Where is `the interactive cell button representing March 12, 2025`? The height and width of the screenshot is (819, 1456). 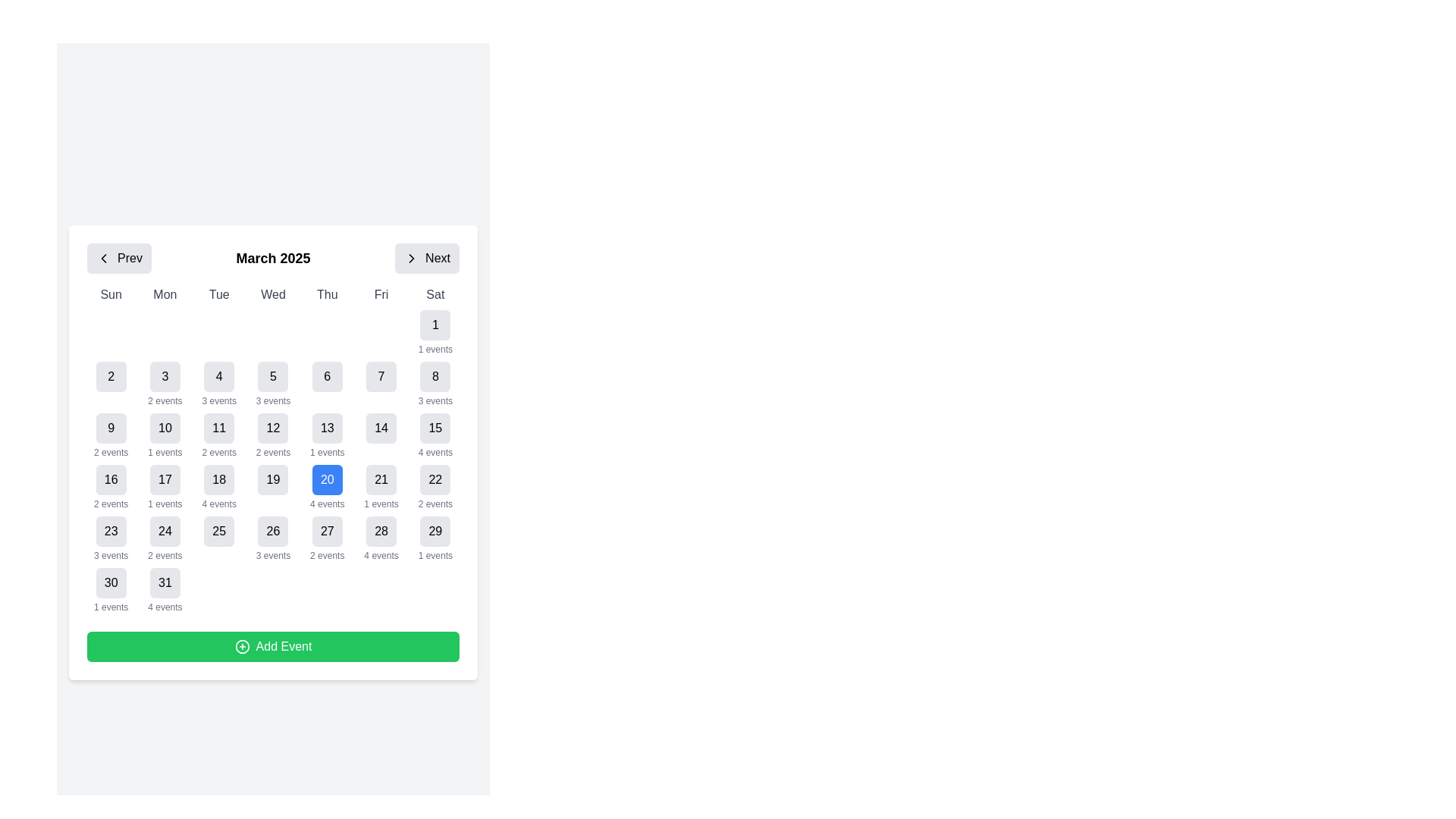 the interactive cell button representing March 12, 2025 is located at coordinates (273, 428).